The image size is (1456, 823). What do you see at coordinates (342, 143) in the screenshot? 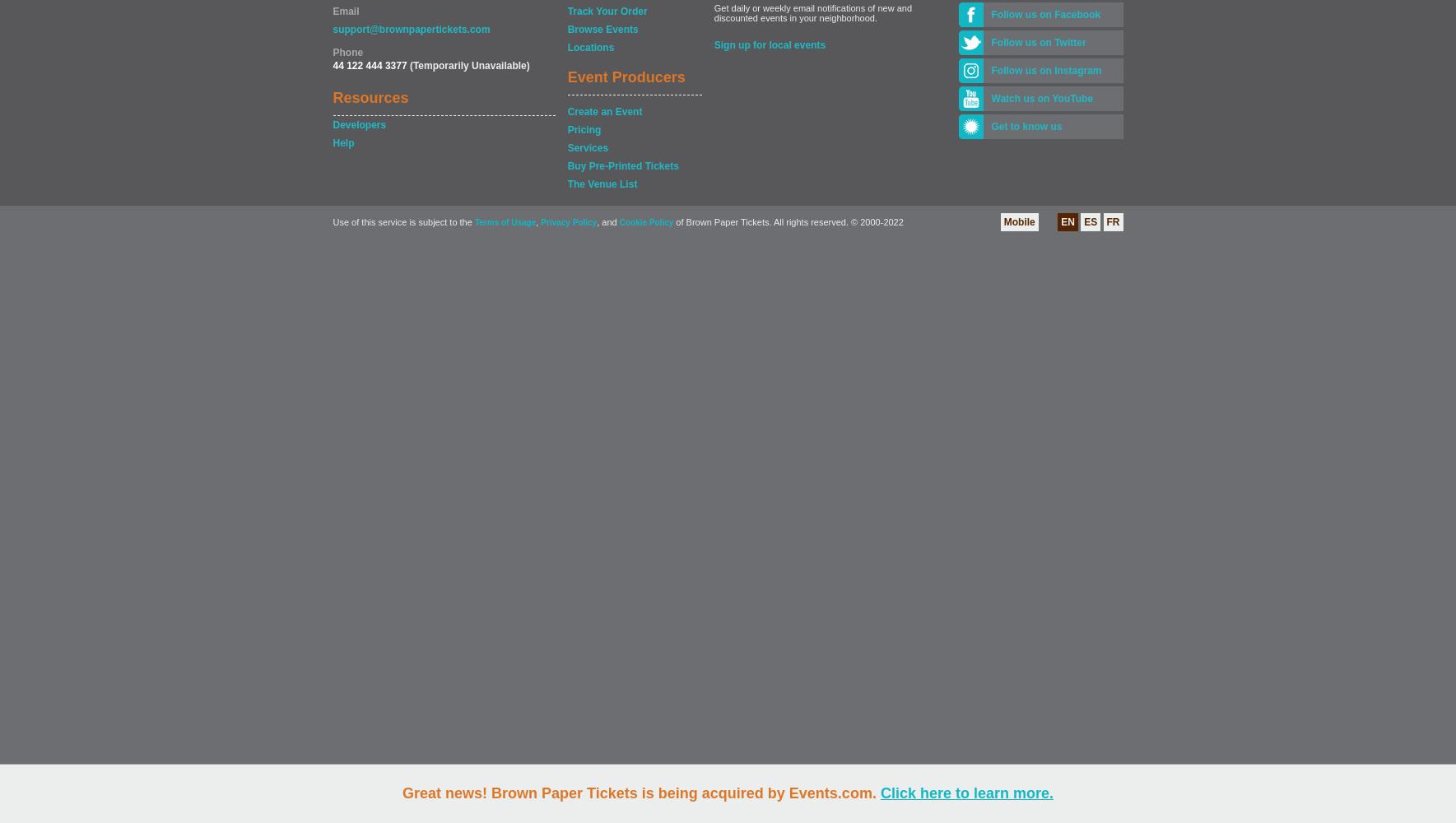
I see `'Help'` at bounding box center [342, 143].